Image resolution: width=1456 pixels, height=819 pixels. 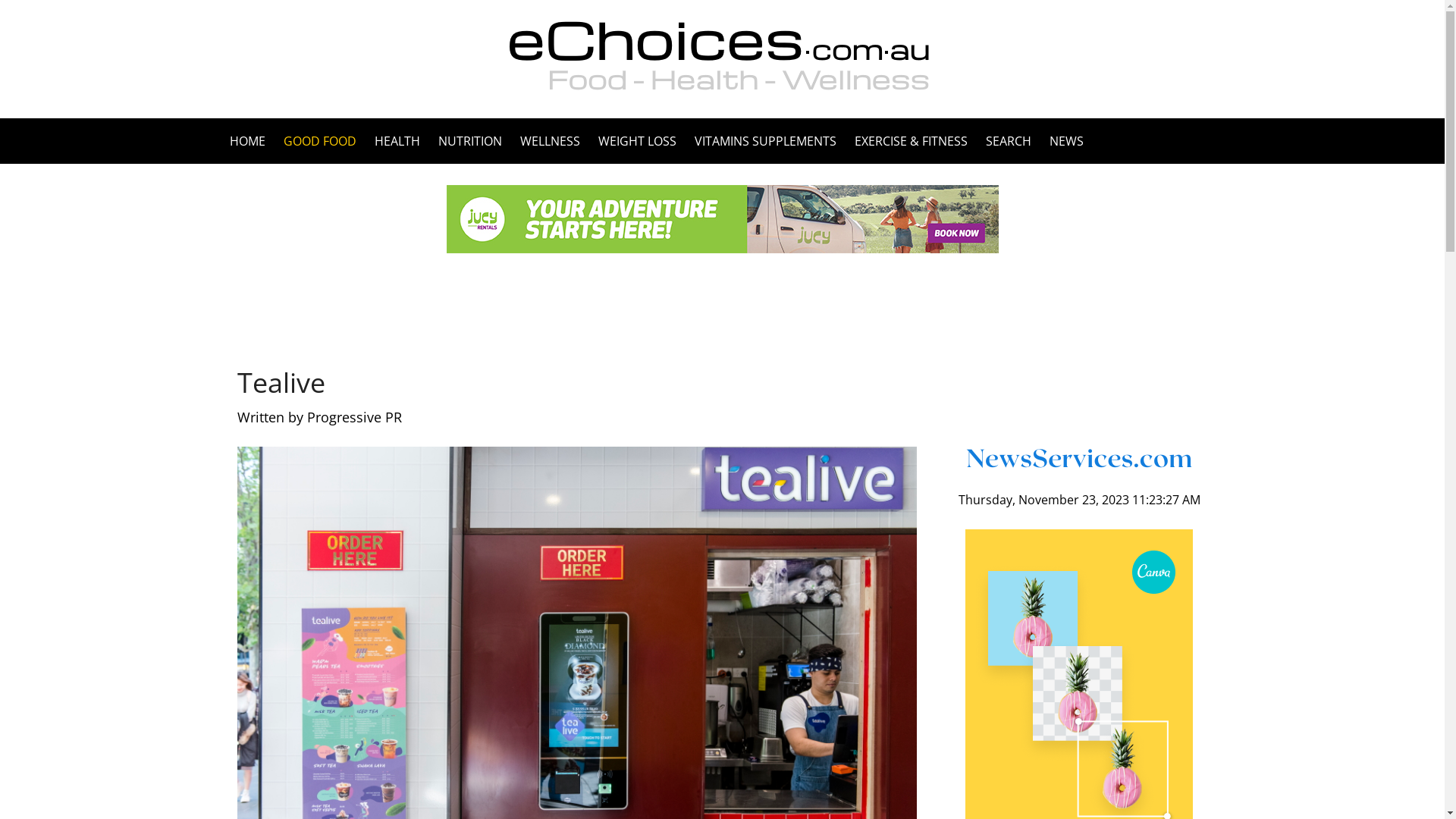 I want to click on 'NEWS', so click(x=1061, y=140).